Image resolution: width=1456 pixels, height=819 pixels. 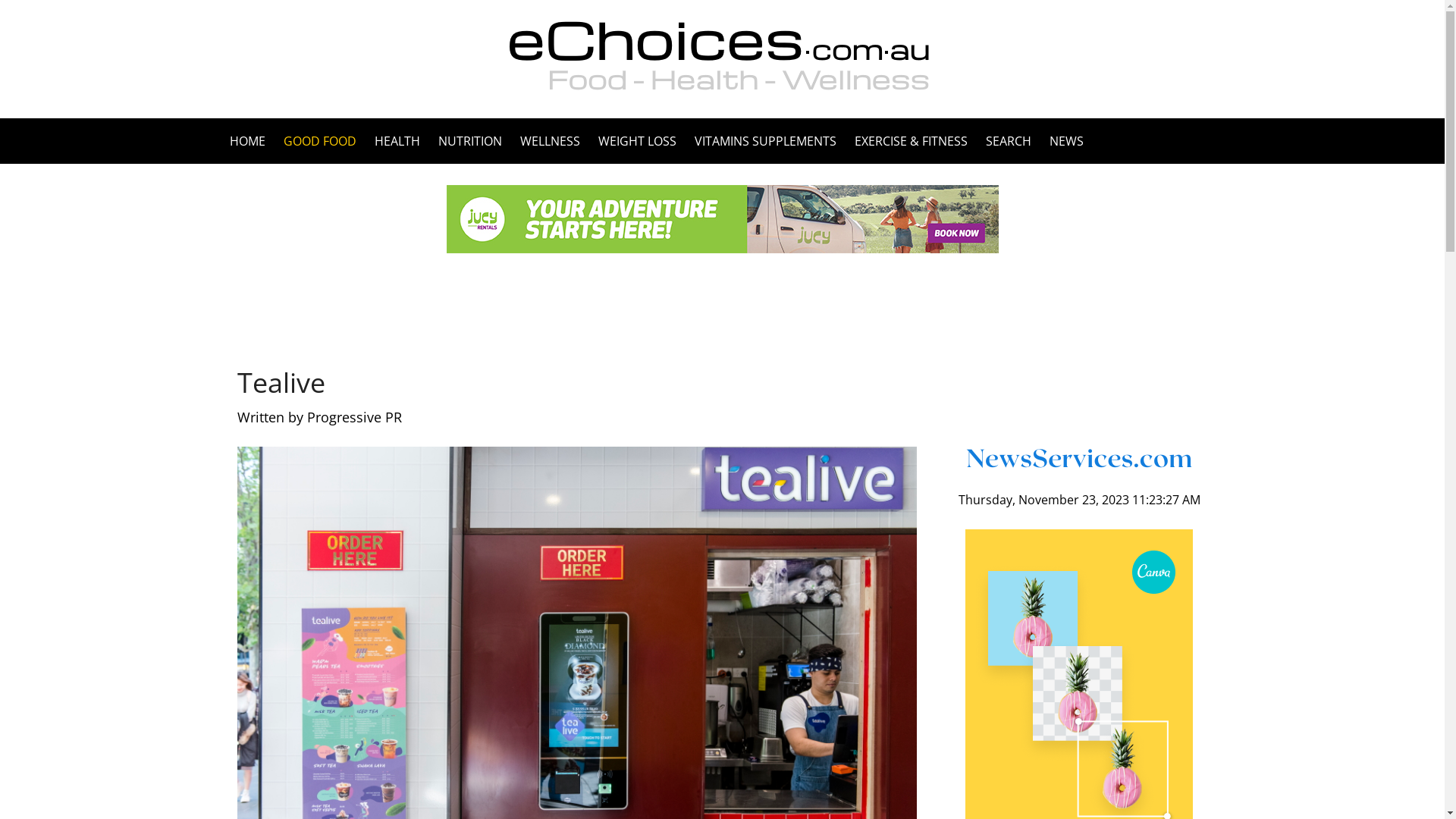 I want to click on 'NEWS', so click(x=1061, y=140).